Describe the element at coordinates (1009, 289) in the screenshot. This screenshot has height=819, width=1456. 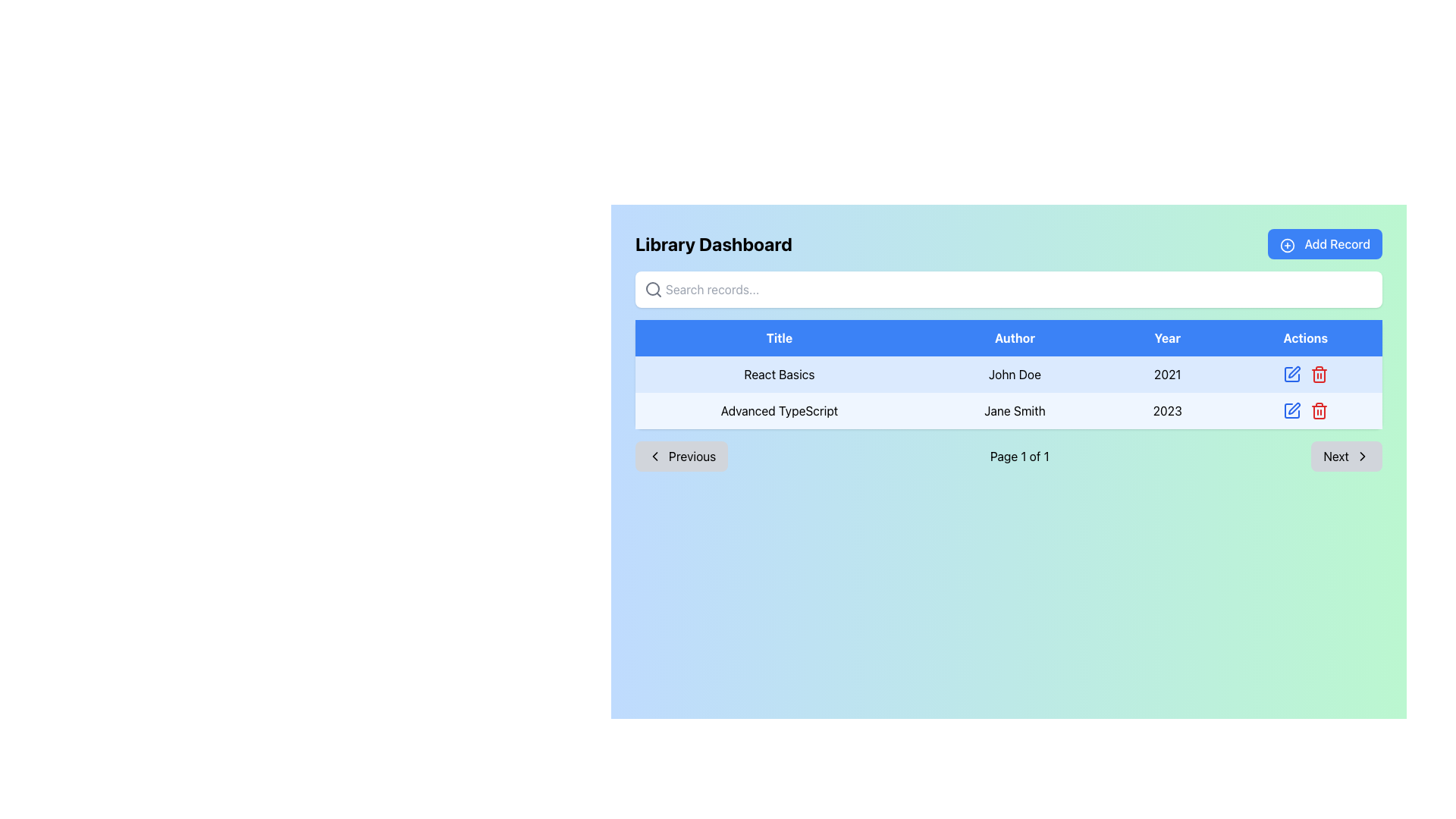
I see `the search bar located below the 'Library Dashboard' title section` at that location.